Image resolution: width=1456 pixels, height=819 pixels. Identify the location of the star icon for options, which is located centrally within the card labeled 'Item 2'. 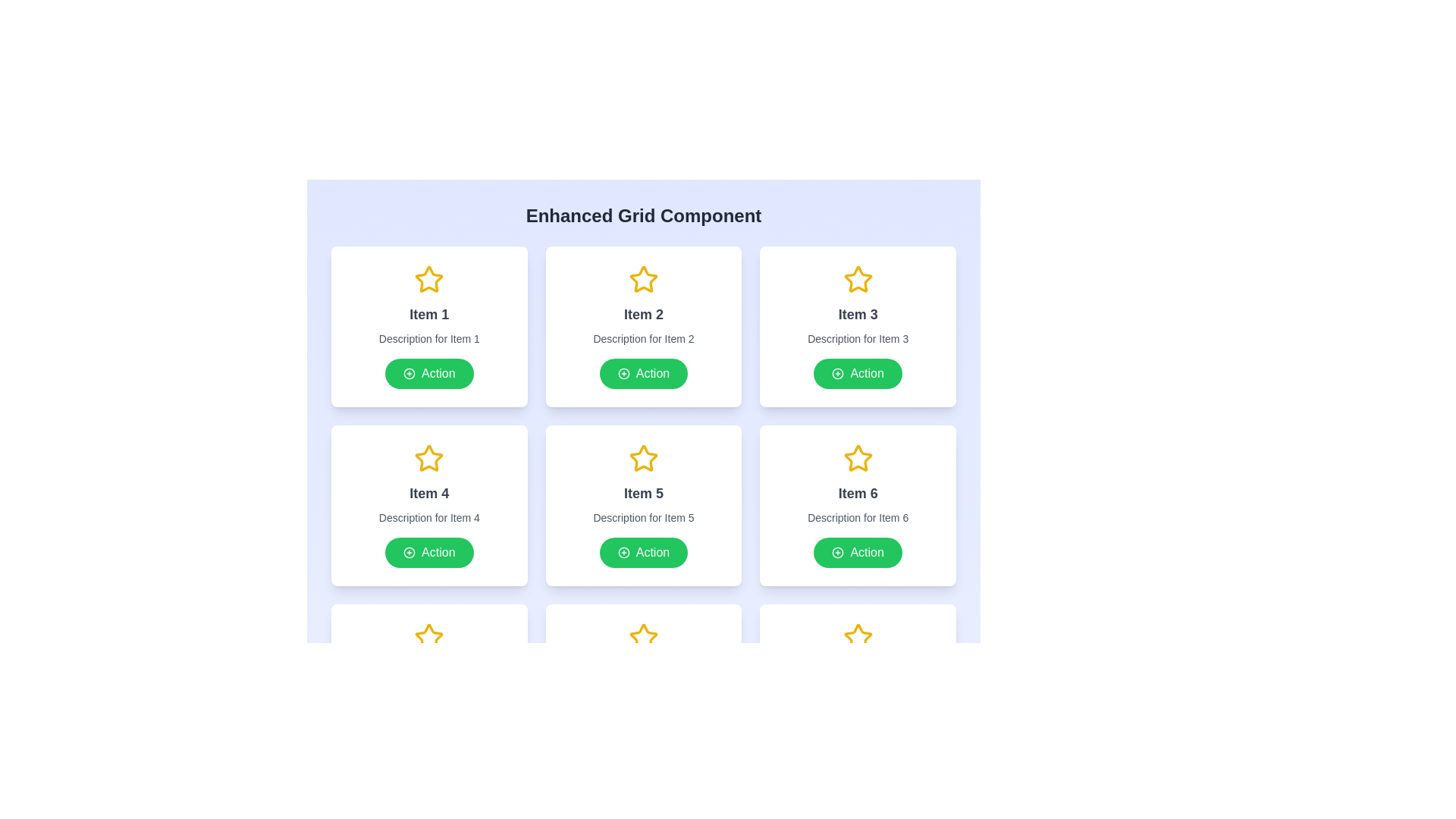
(644, 279).